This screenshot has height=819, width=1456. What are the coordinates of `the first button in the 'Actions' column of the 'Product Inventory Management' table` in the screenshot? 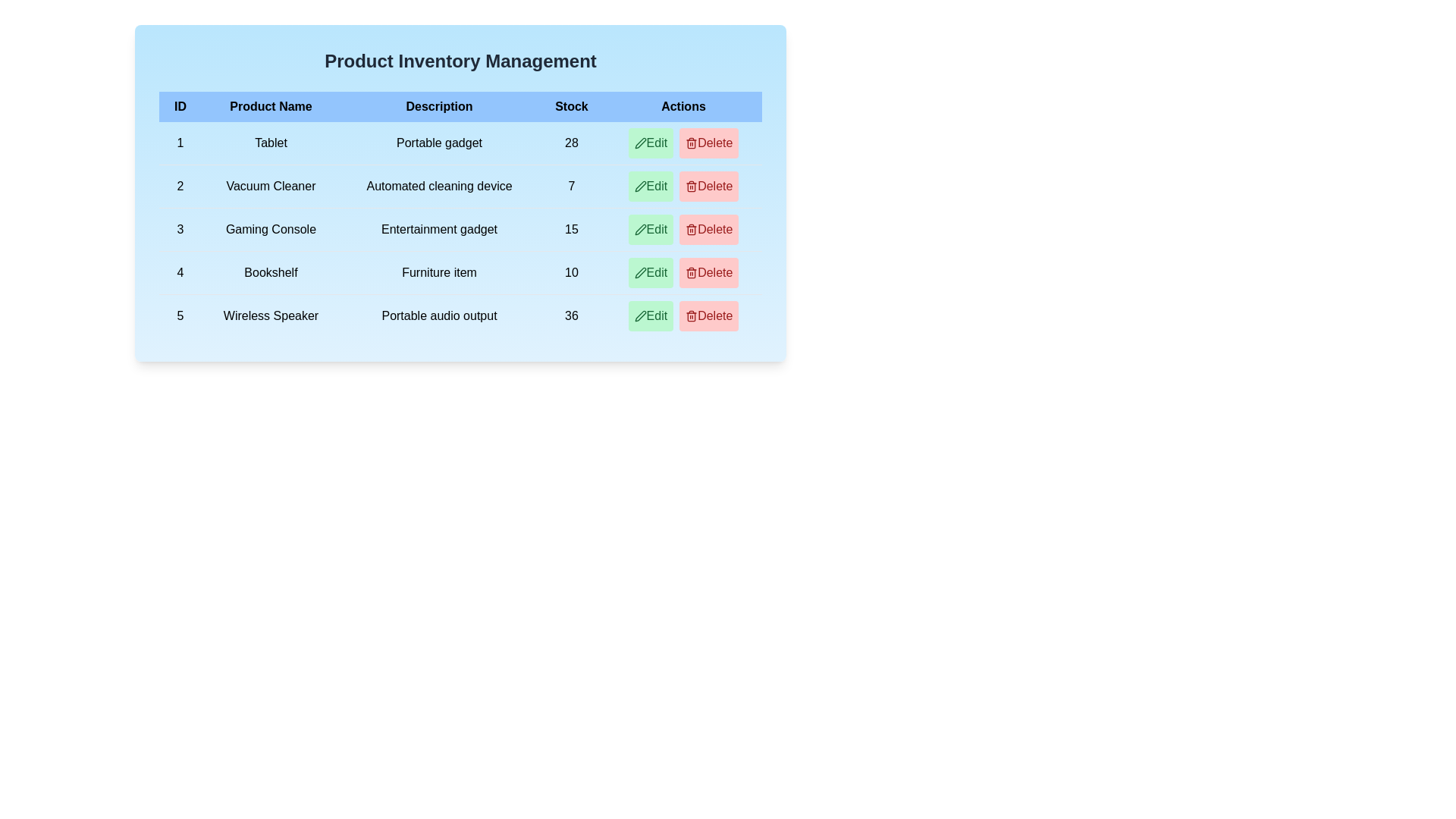 It's located at (651, 143).